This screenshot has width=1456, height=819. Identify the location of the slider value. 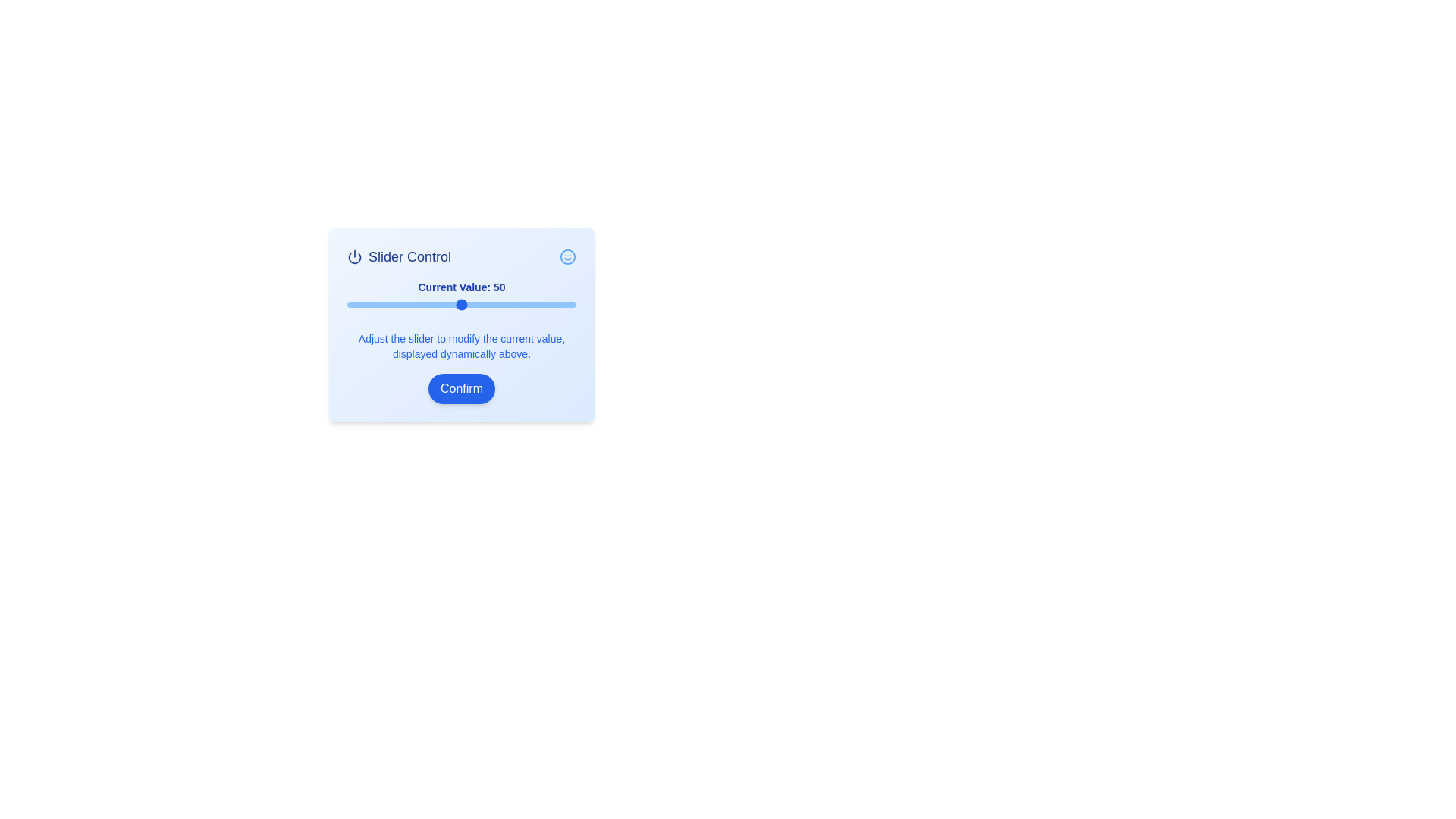
(528, 304).